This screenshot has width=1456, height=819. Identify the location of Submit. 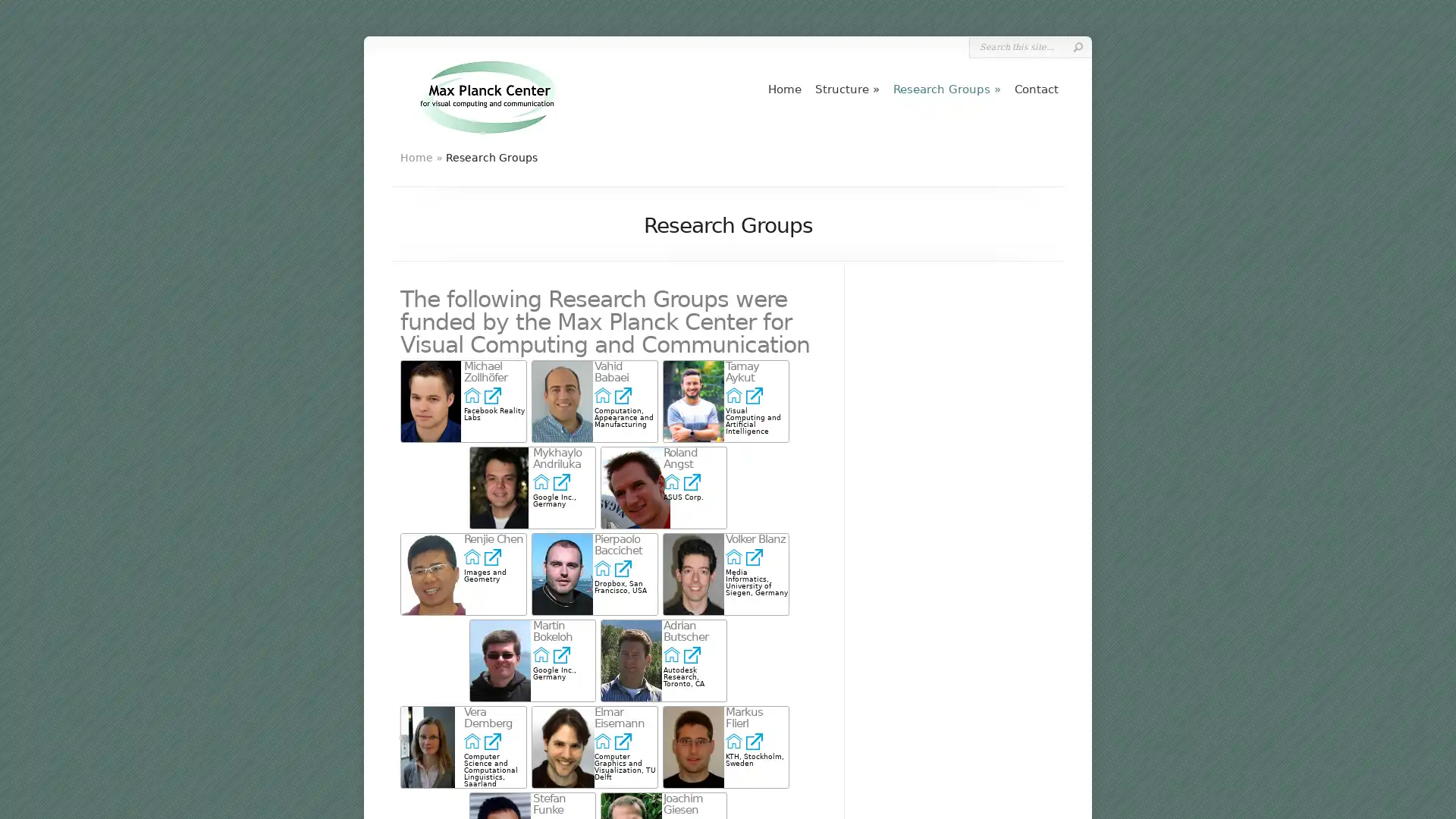
(1077, 46).